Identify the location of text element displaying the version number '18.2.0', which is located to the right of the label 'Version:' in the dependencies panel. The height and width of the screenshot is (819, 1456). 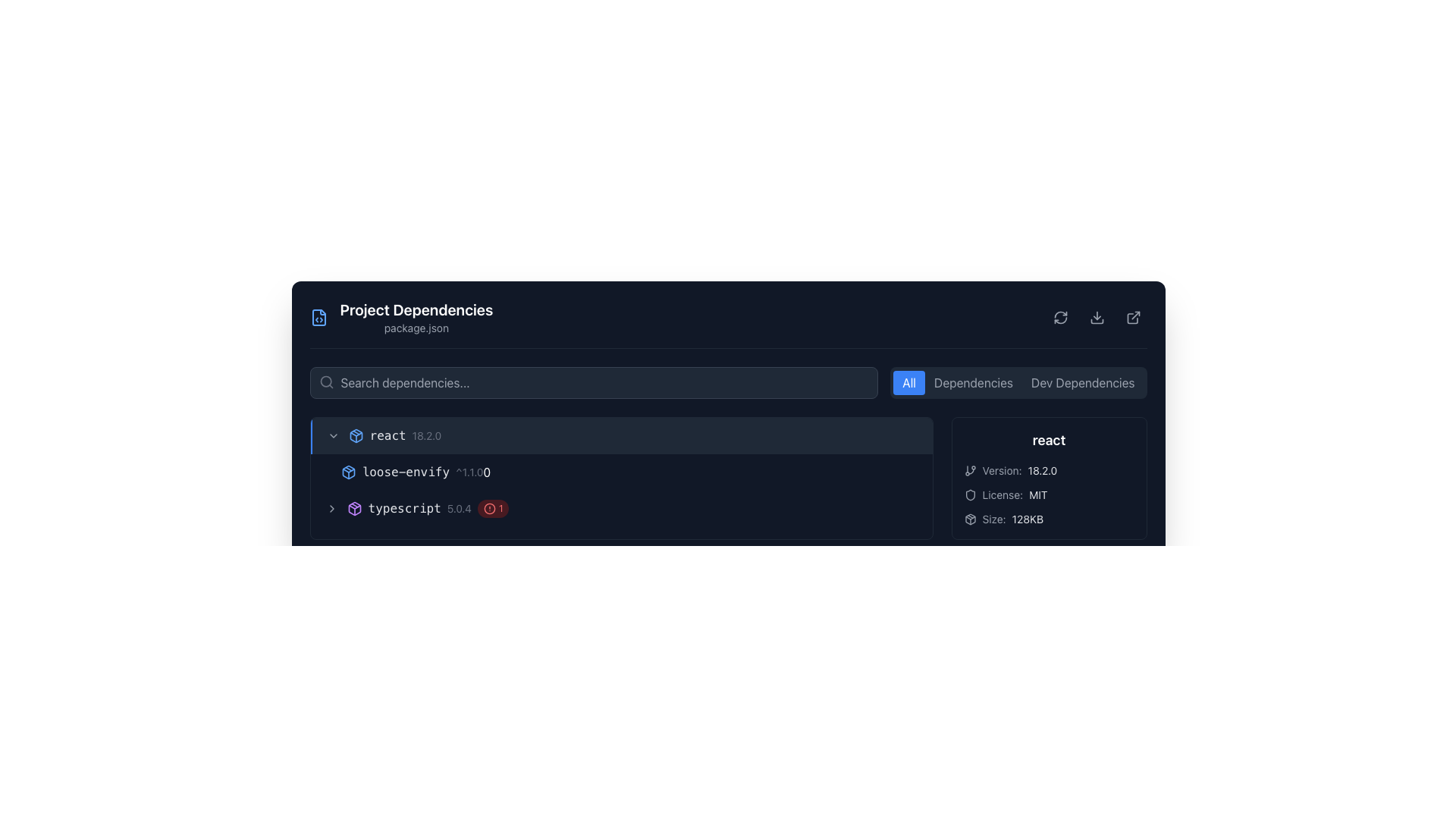
(1041, 470).